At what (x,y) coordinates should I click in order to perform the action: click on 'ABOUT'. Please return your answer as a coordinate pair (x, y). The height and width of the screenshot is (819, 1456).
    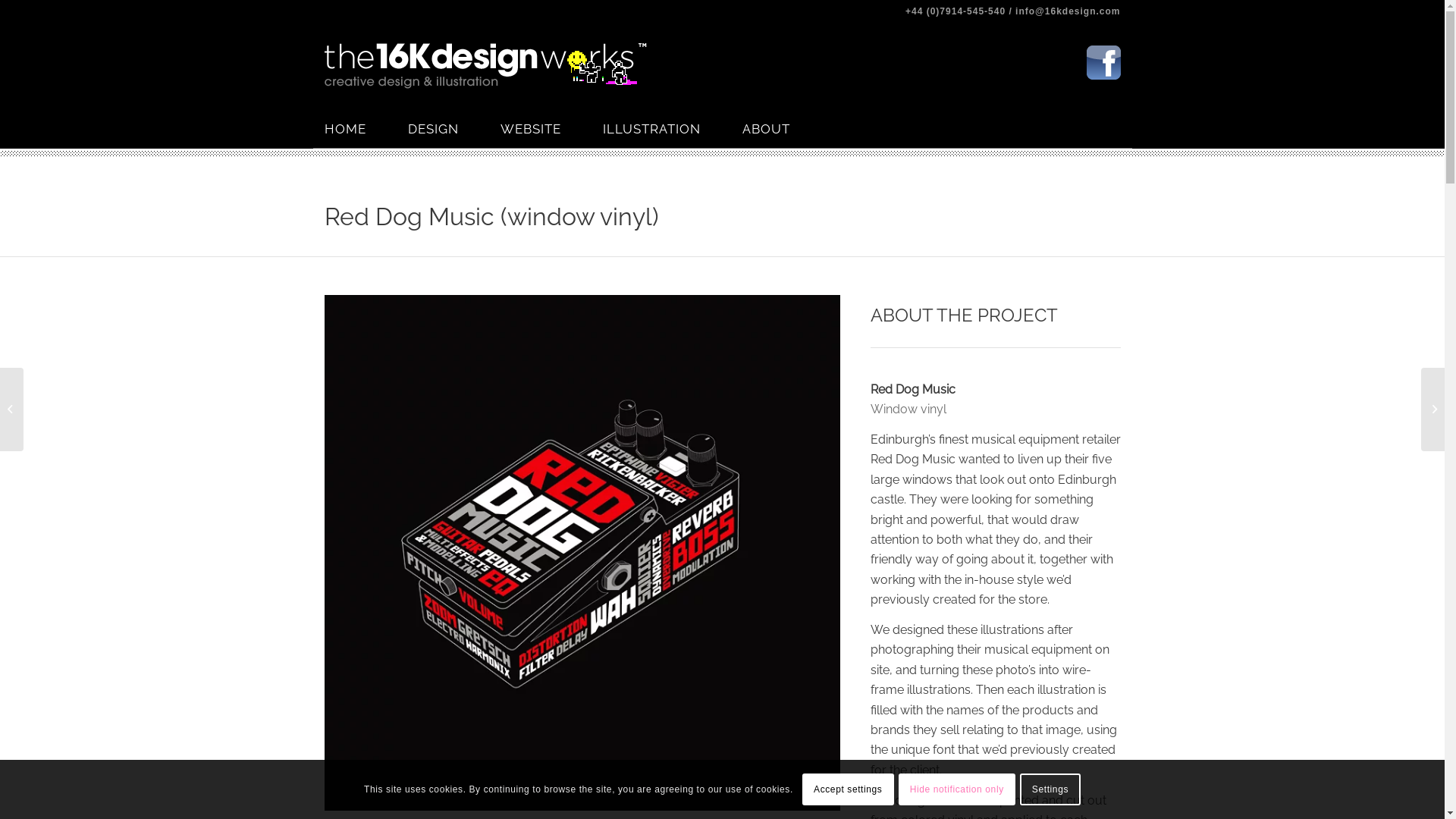
    Looking at the image, I should click on (786, 127).